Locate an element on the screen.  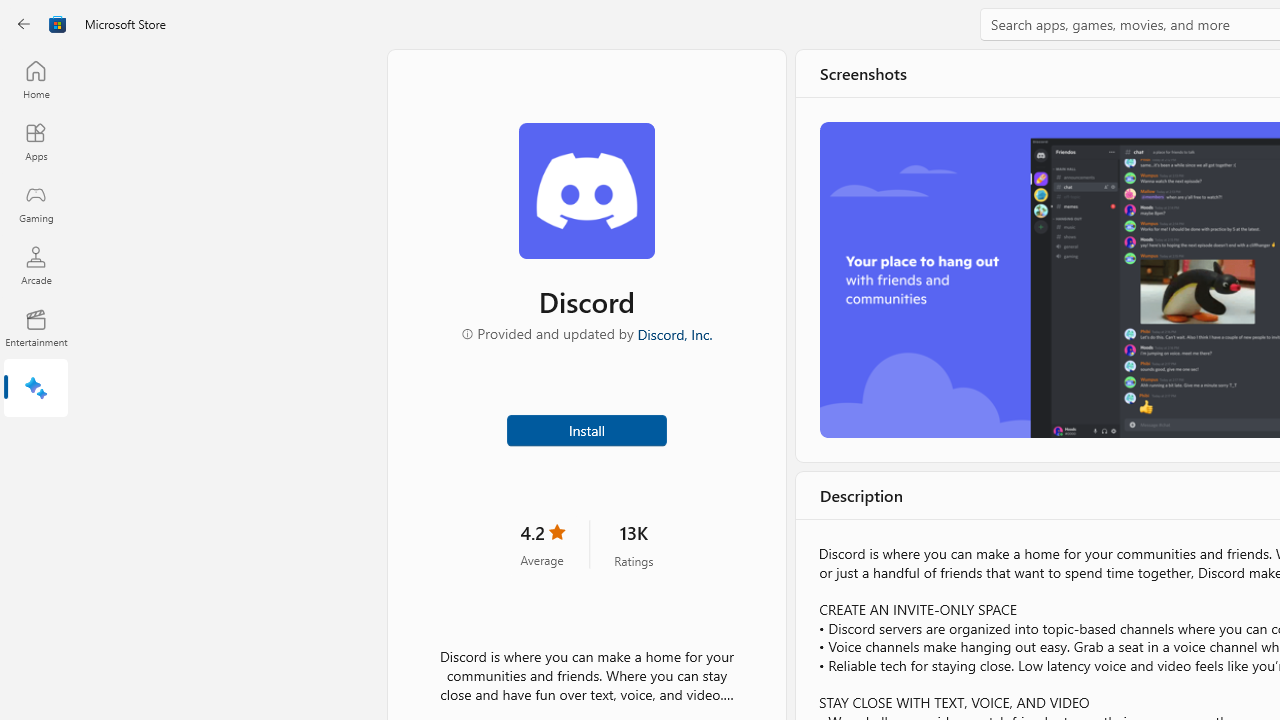
'Gaming' is located at coordinates (35, 203).